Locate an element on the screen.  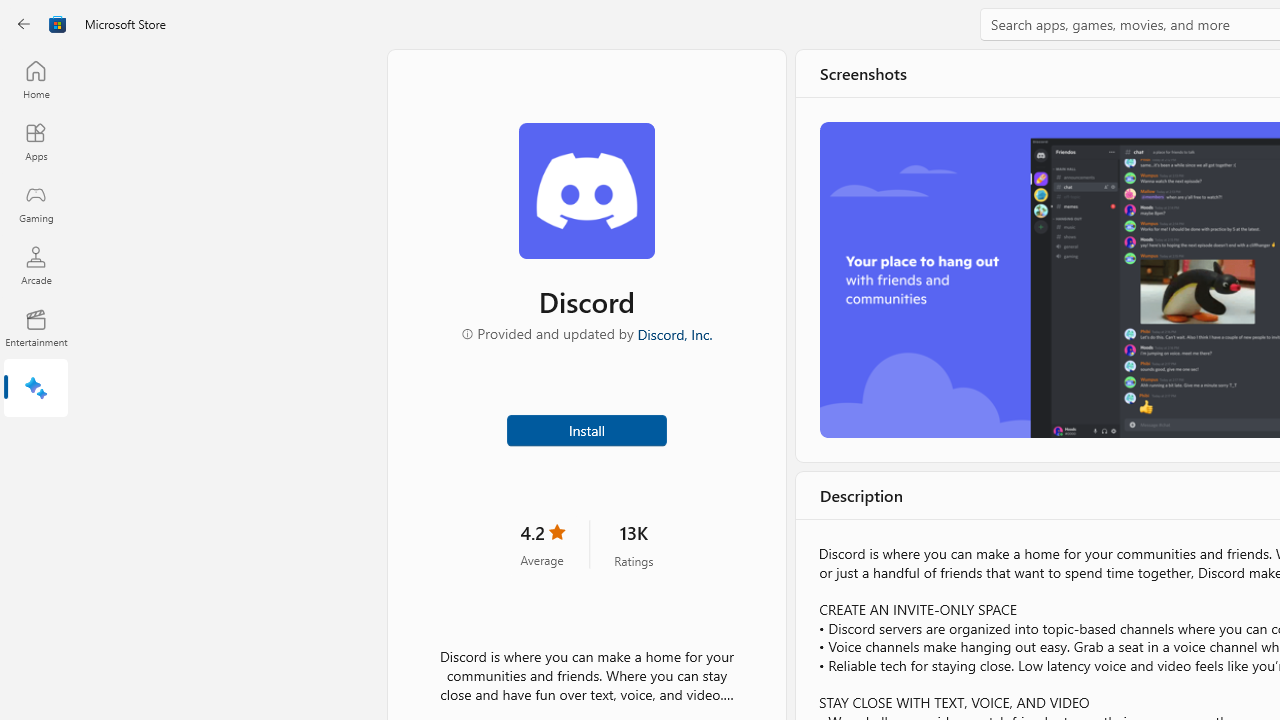
'Gaming' is located at coordinates (35, 203).